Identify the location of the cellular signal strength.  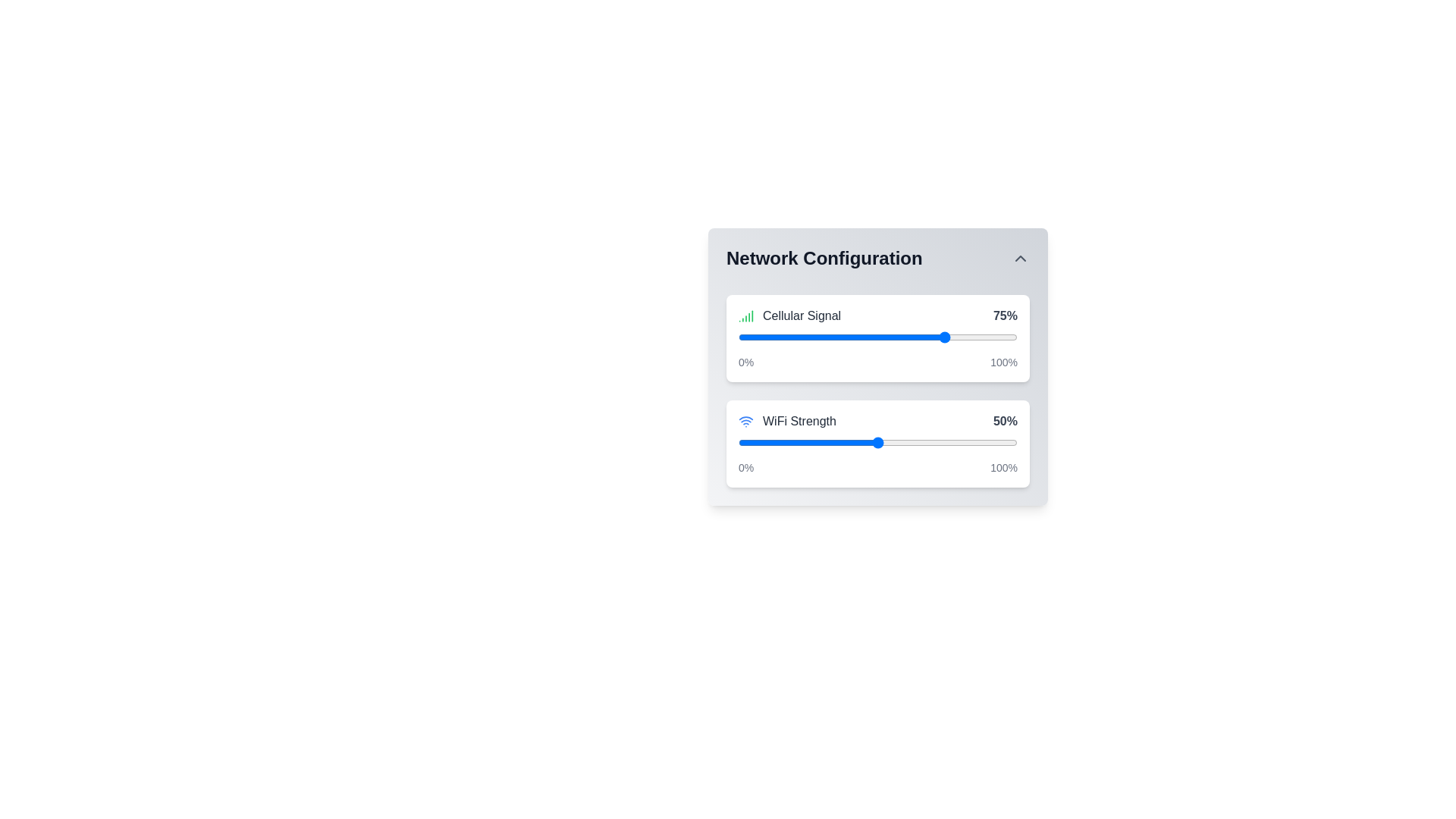
(961, 336).